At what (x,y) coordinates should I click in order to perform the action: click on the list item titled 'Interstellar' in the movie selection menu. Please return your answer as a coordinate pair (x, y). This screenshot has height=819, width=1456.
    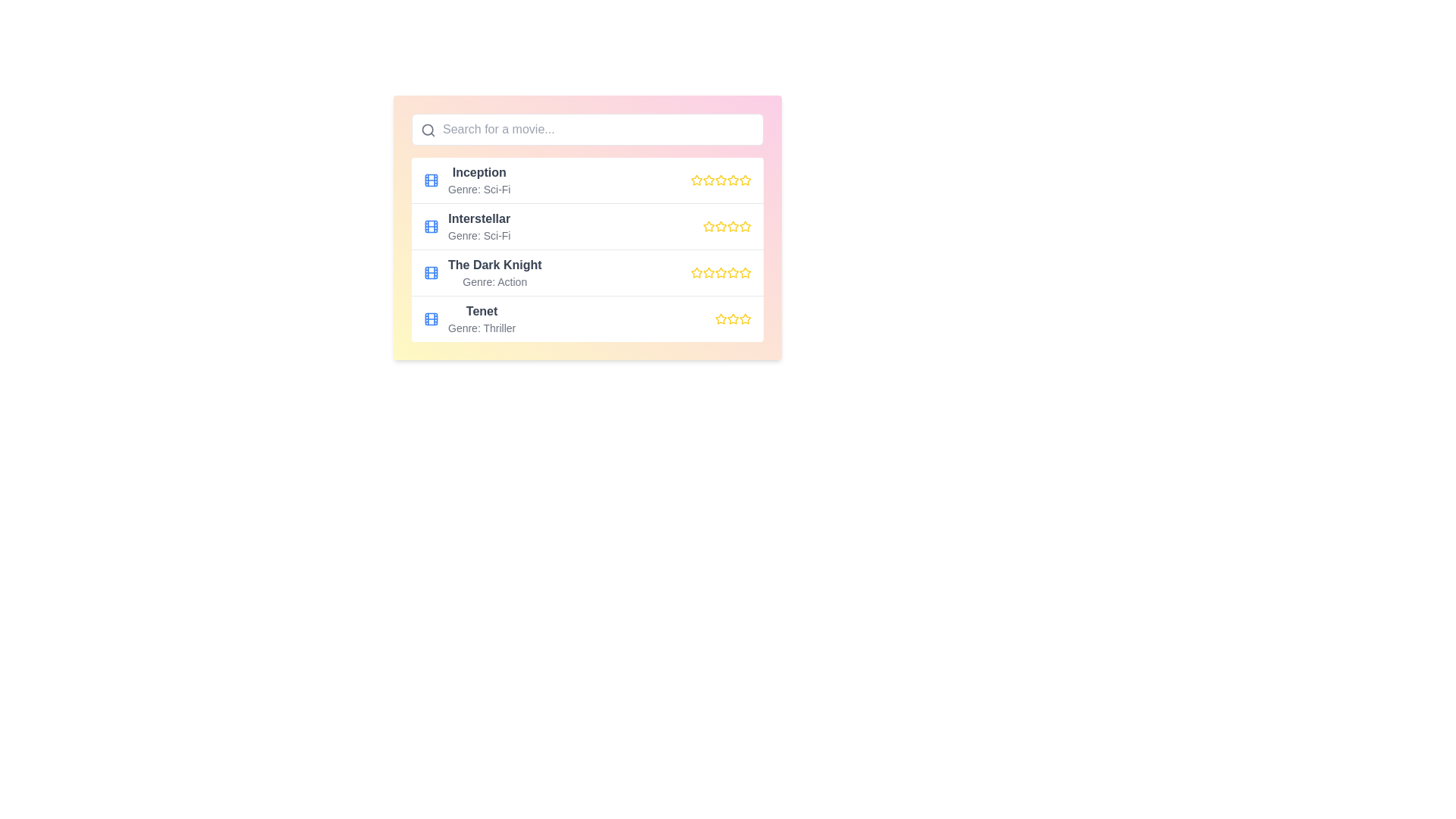
    Looking at the image, I should click on (586, 226).